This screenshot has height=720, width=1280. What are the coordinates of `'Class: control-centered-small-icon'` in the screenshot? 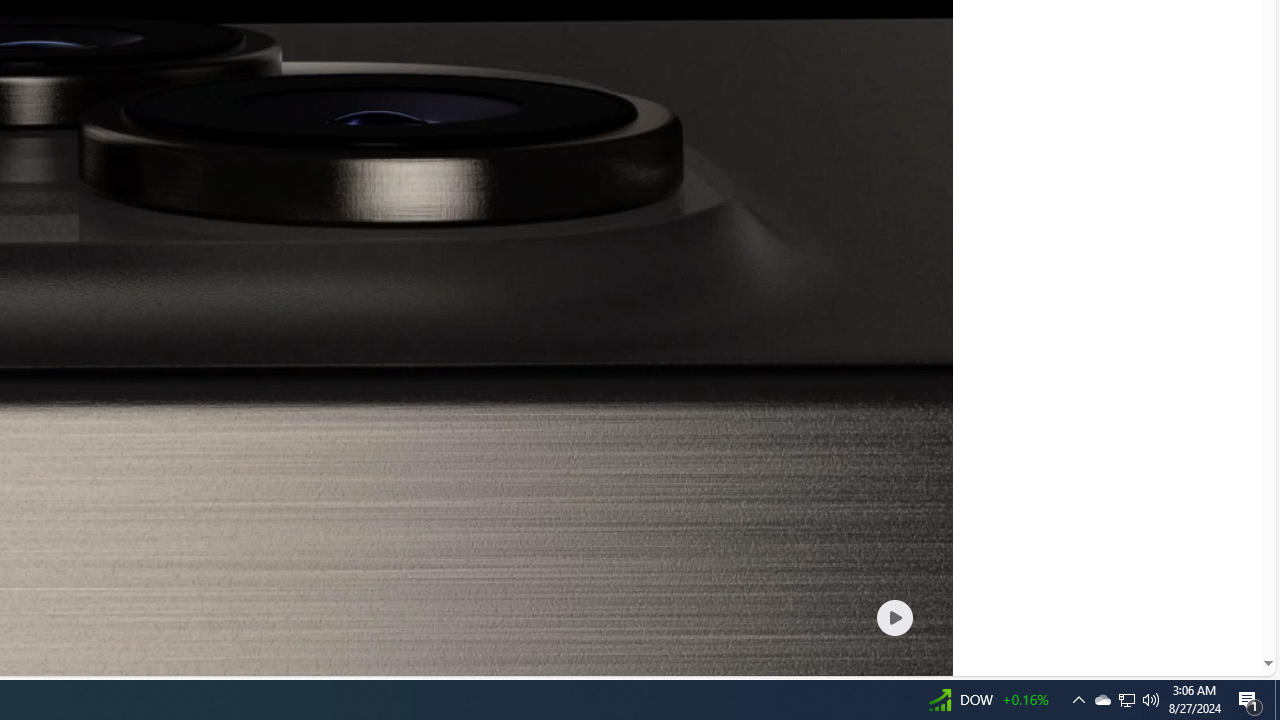 It's located at (893, 616).